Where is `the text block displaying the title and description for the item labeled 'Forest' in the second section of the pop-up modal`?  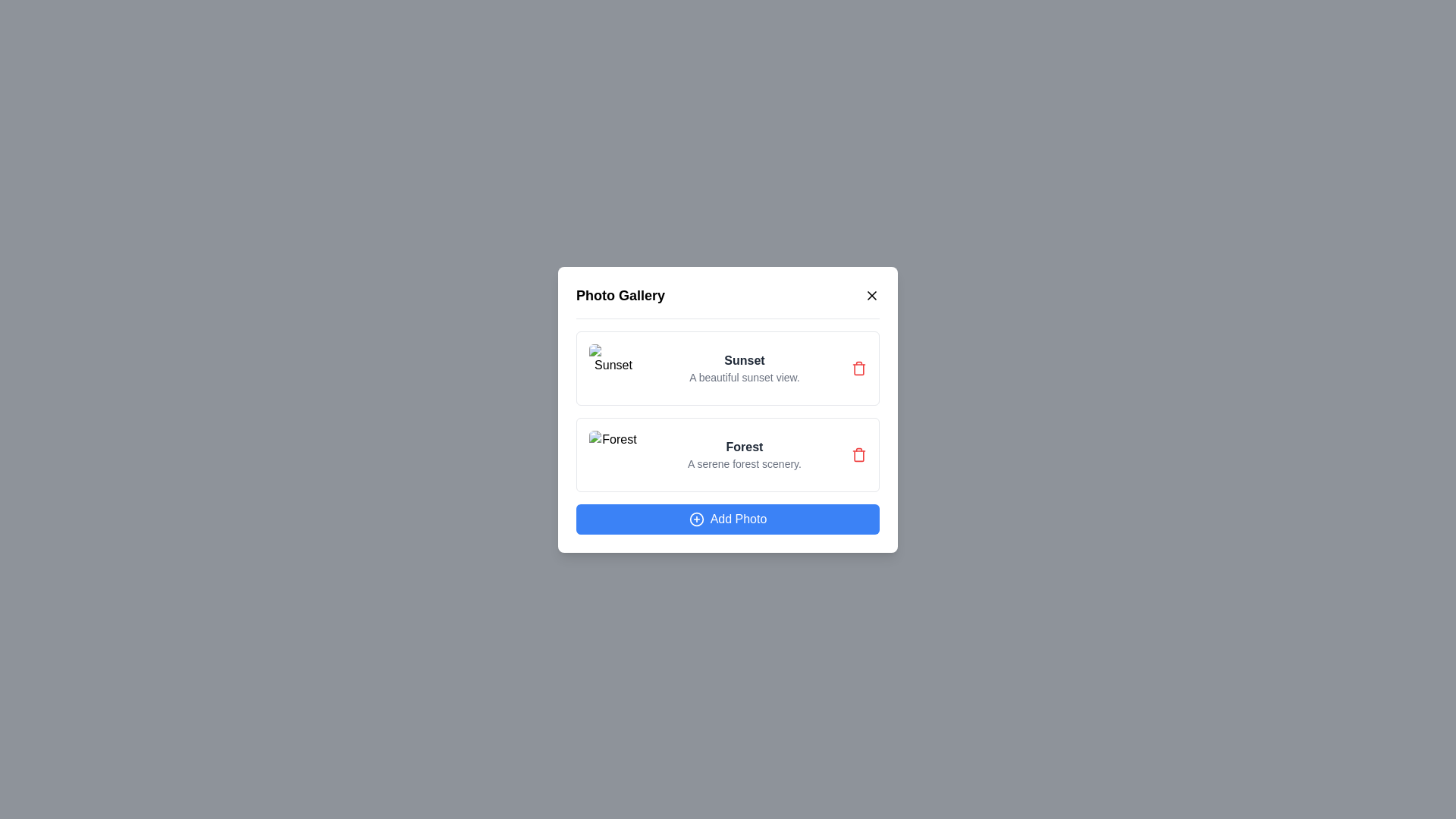 the text block displaying the title and description for the item labeled 'Forest' in the second section of the pop-up modal is located at coordinates (745, 453).